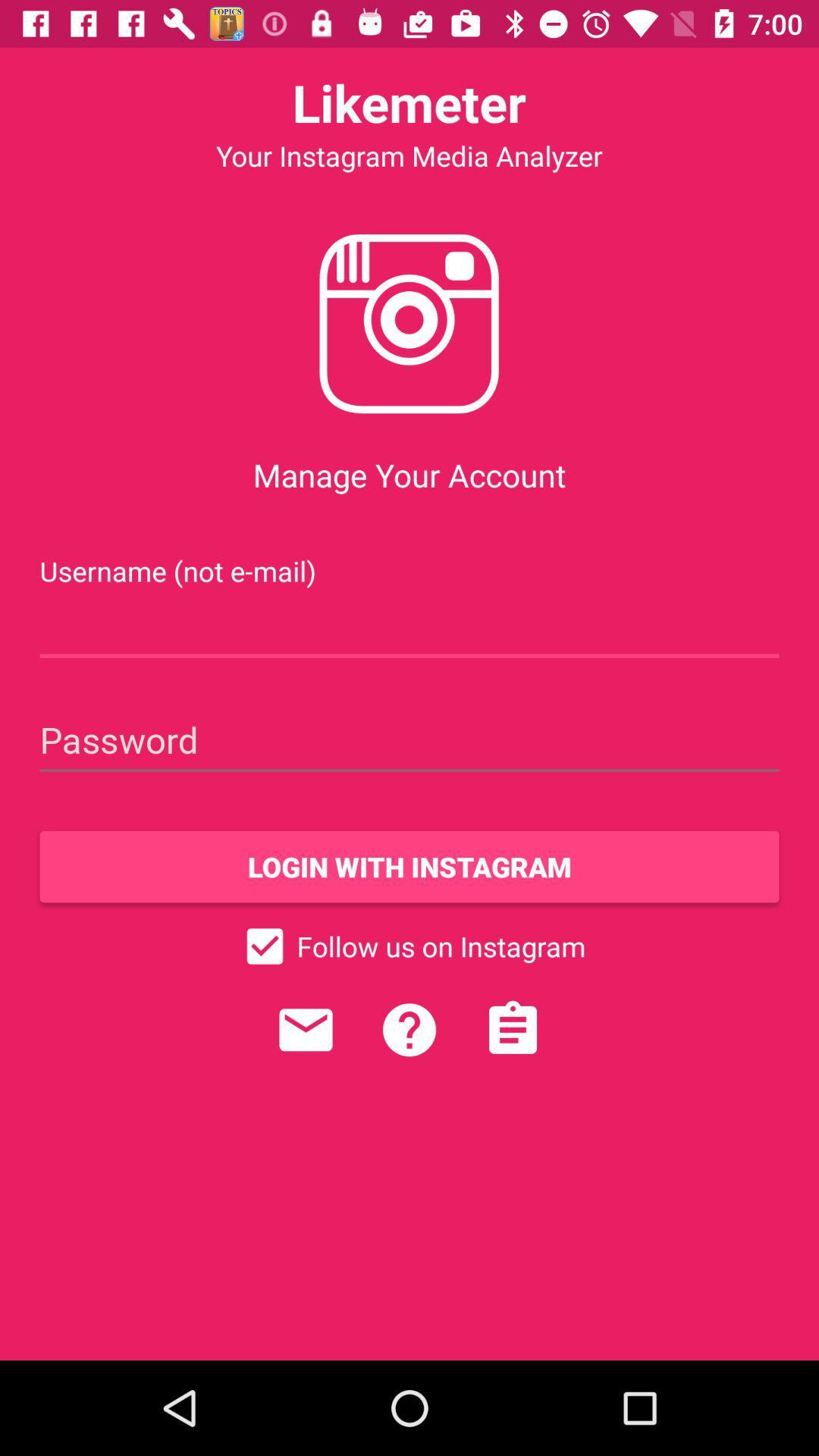 This screenshot has height=1456, width=819. I want to click on insert user name, so click(409, 626).